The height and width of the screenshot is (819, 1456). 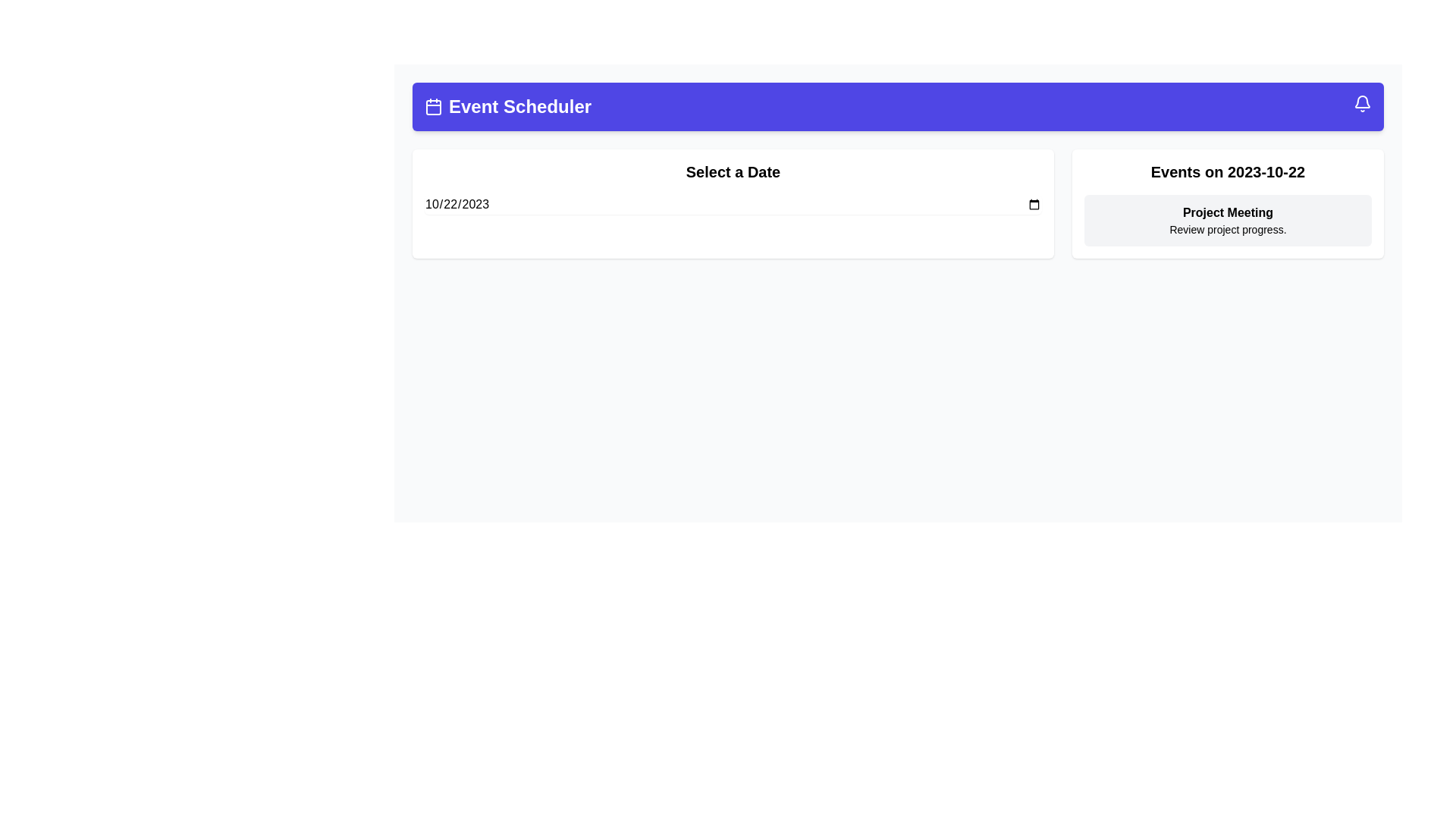 I want to click on text displayed in the Text Display Block that has a bold heading 'Project Meeting' and smaller text 'Review project progress.', so click(x=1228, y=220).